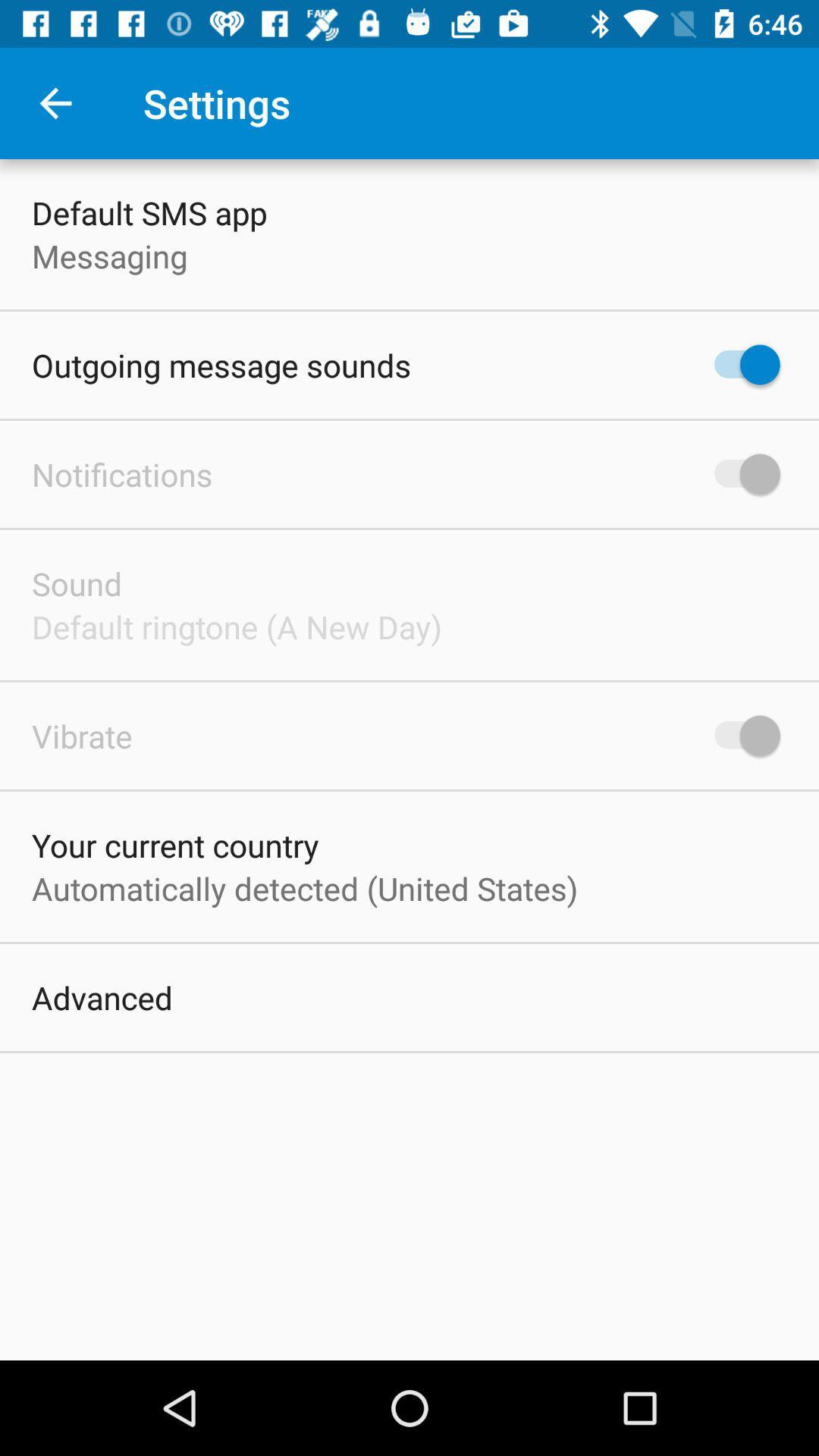 The width and height of the screenshot is (819, 1456). I want to click on the automatically detected united, so click(304, 888).